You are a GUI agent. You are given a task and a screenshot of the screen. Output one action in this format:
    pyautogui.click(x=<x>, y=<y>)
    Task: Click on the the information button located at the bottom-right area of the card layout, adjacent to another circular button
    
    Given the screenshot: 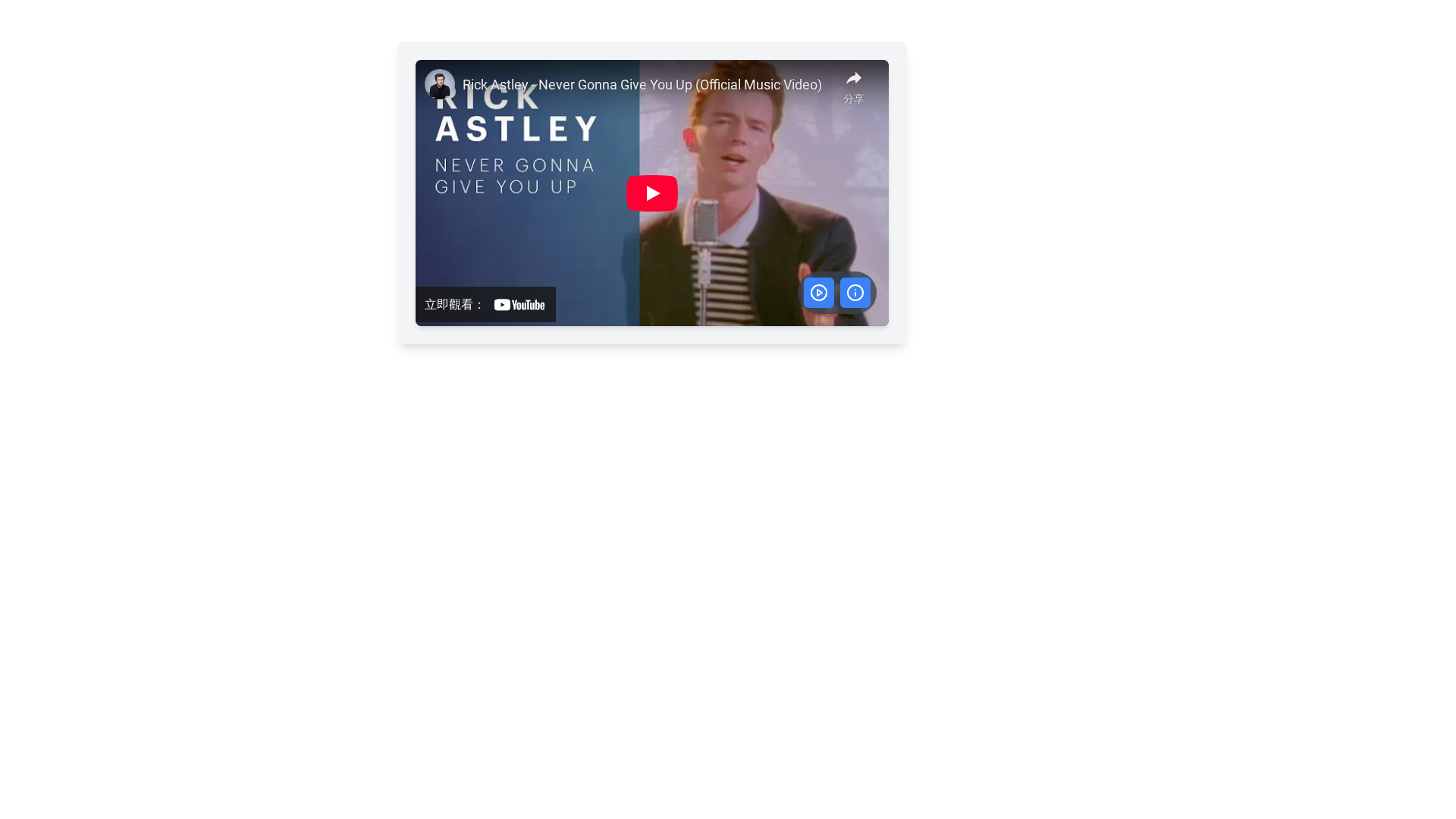 What is the action you would take?
    pyautogui.click(x=855, y=292)
    